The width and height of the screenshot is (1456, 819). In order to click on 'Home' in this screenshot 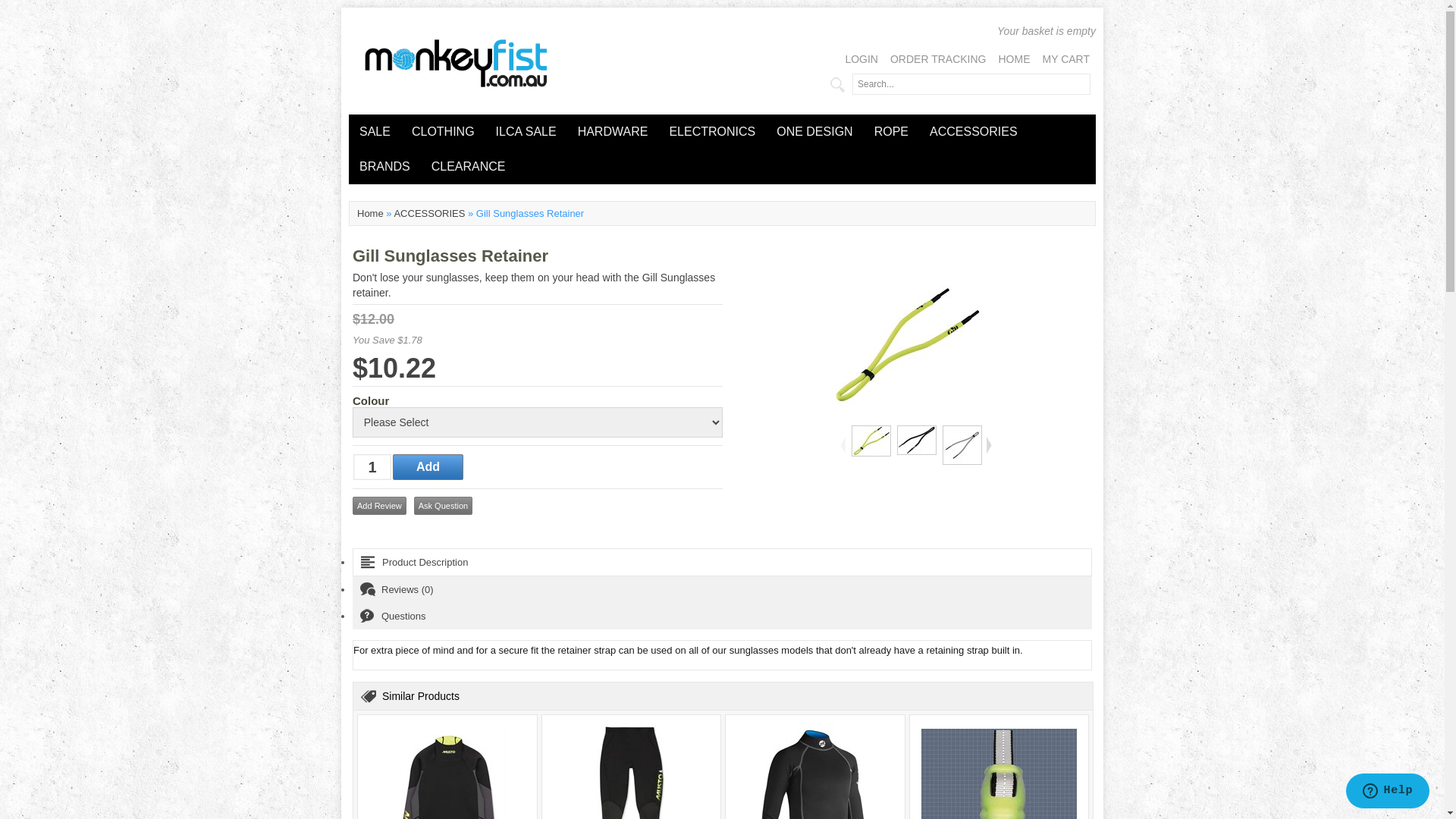, I will do `click(370, 213)`.